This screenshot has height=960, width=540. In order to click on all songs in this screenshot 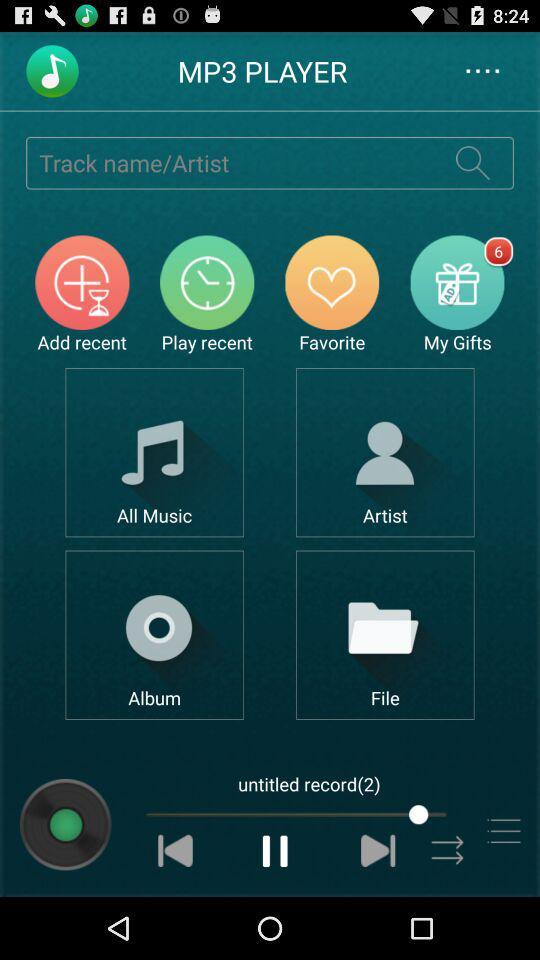, I will do `click(153, 452)`.